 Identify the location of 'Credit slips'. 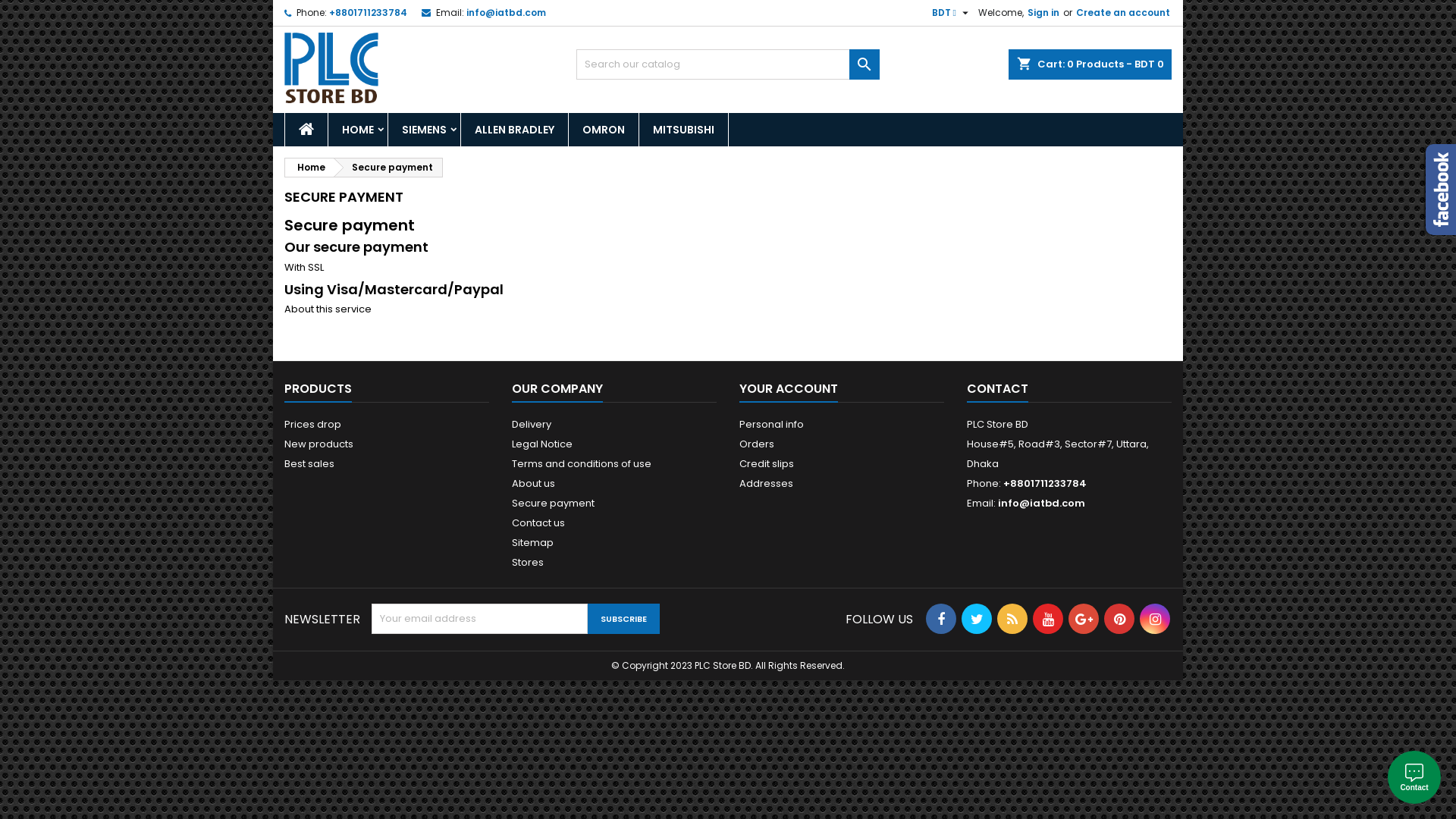
(767, 463).